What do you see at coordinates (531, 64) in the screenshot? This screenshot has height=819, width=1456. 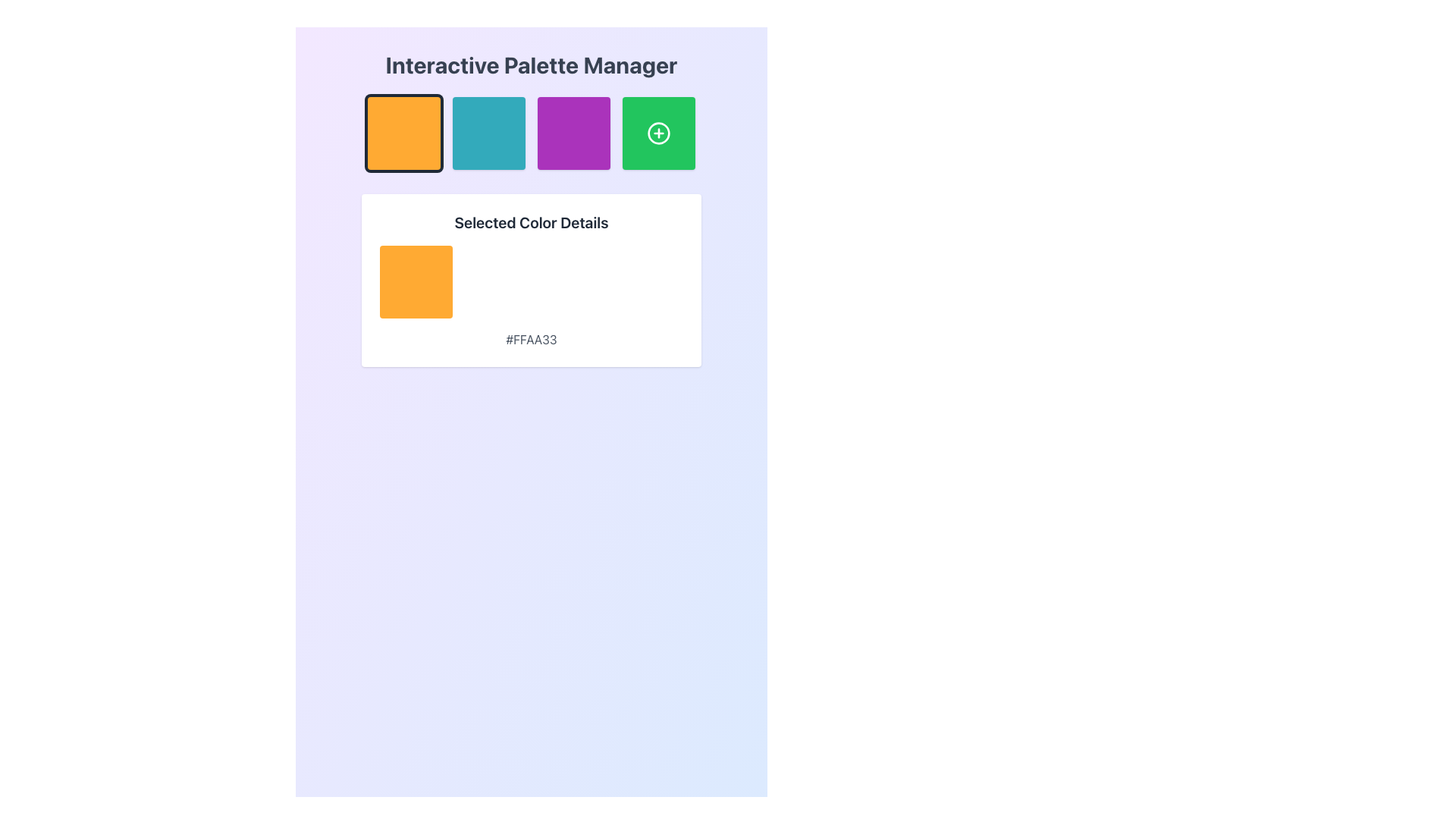 I see `the main title text label displaying 'Interactive Palette Manager', which is positioned at the top center of the interface` at bounding box center [531, 64].